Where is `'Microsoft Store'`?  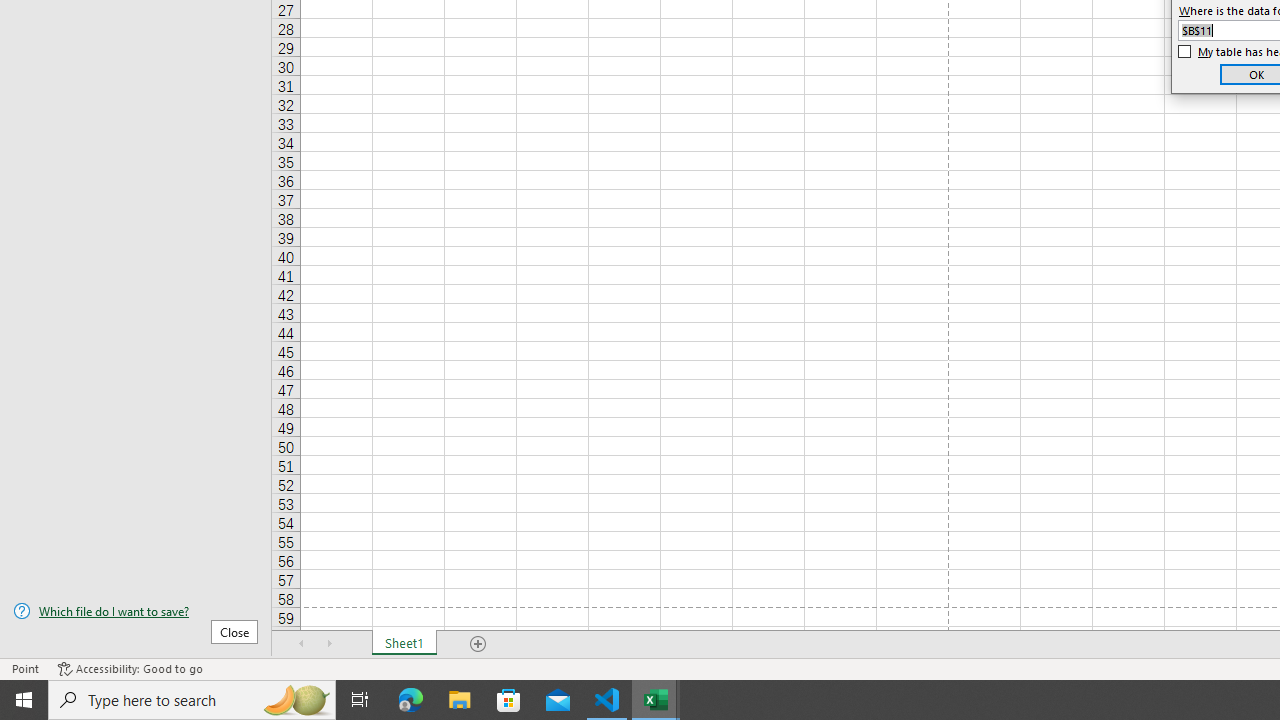 'Microsoft Store' is located at coordinates (509, 698).